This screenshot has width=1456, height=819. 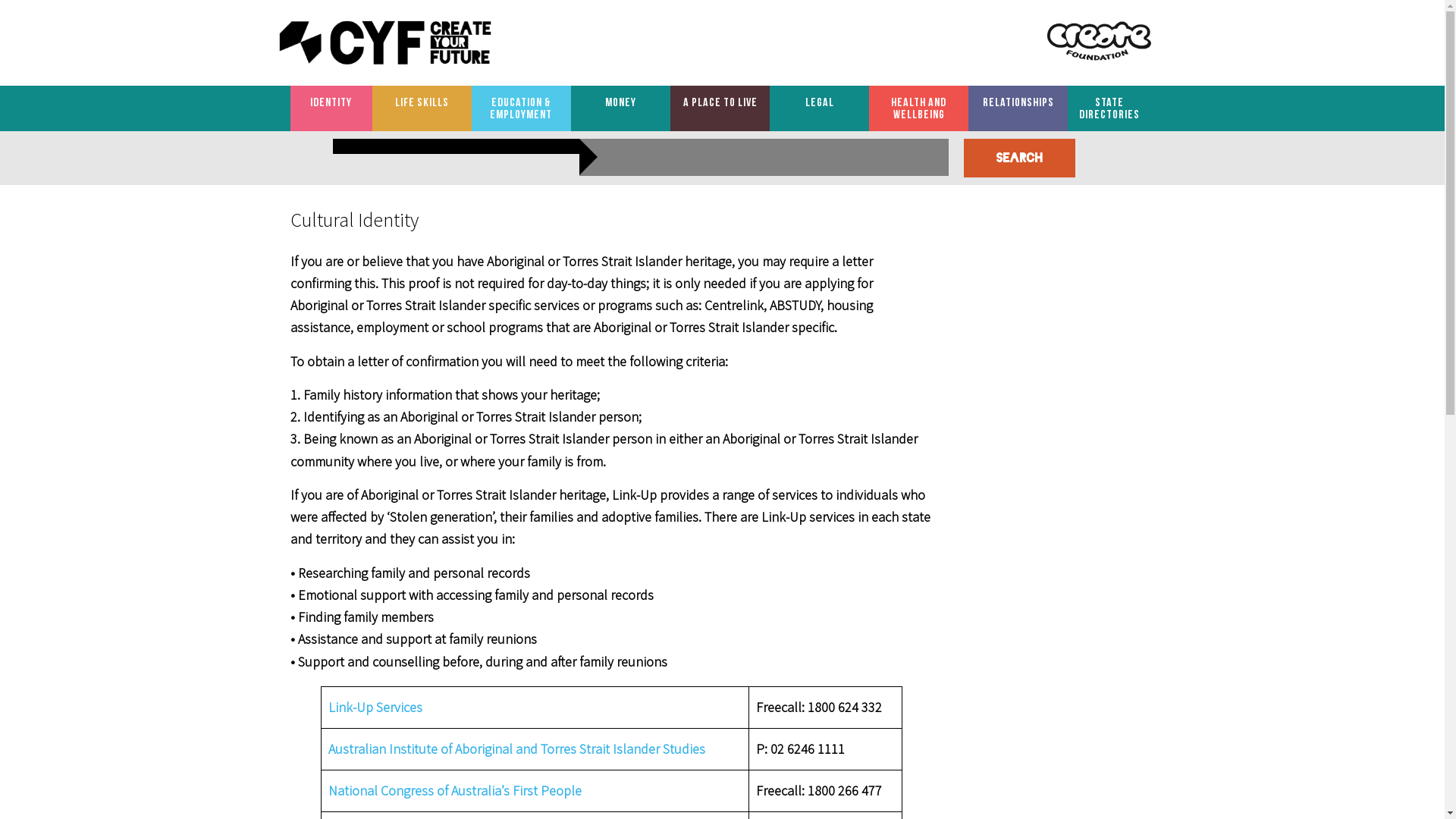 What do you see at coordinates (330, 102) in the screenshot?
I see `'IDENTITY'` at bounding box center [330, 102].